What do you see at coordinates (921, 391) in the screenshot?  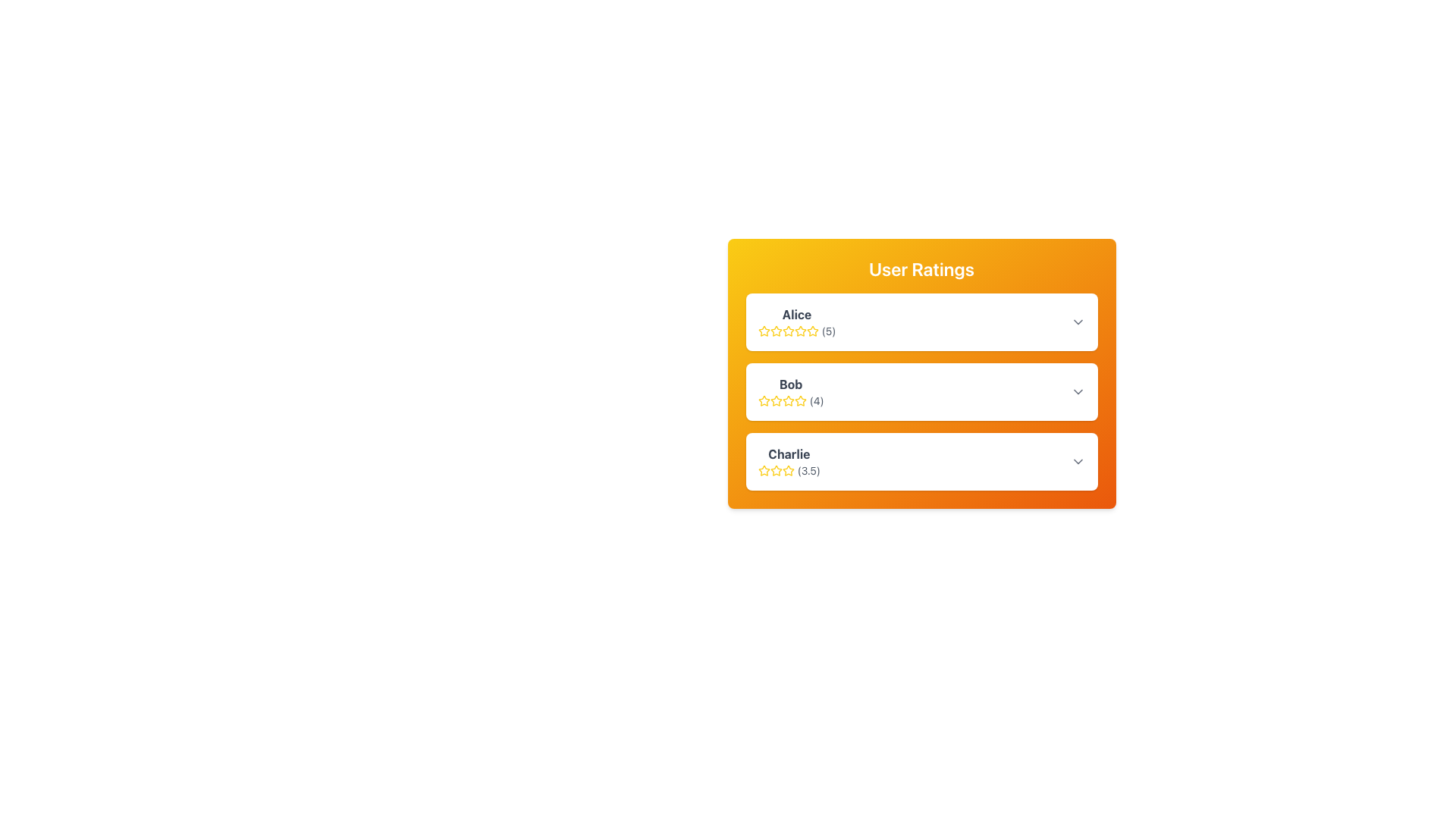 I see `rating details from the user rating block for 'Bob' which displays a score of 4 stars and can be expanded for more information` at bounding box center [921, 391].